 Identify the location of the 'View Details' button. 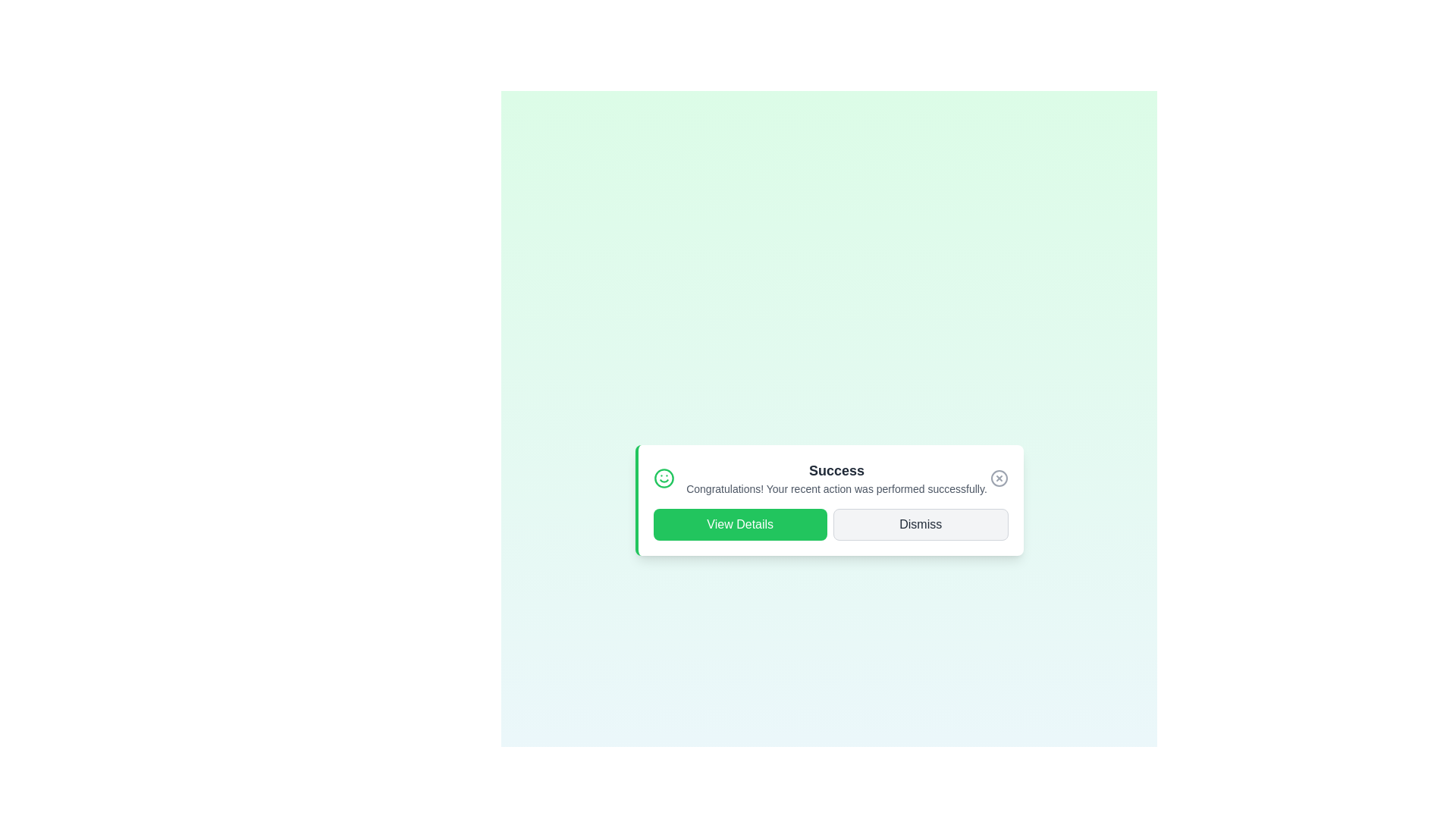
(739, 523).